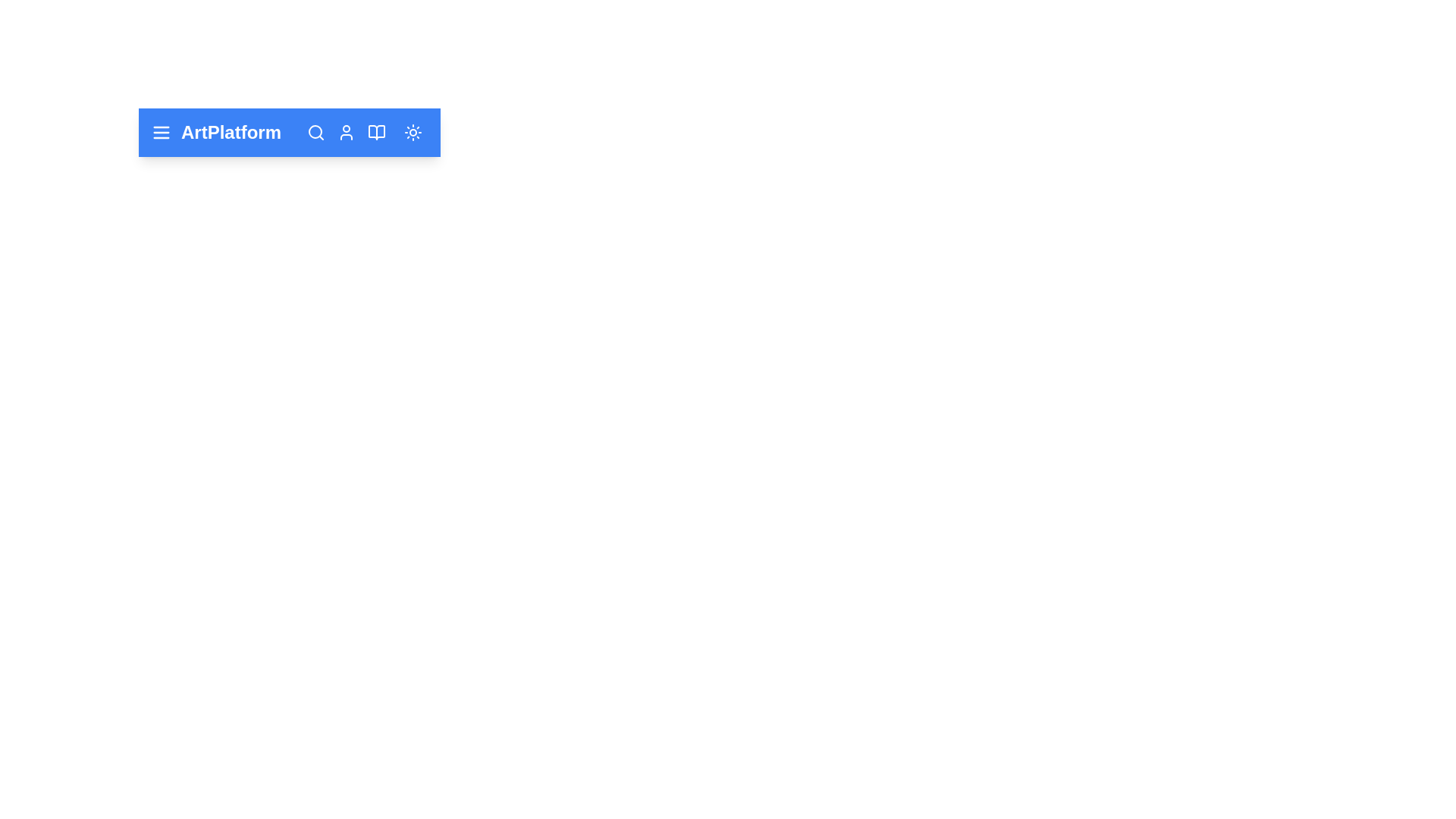 The width and height of the screenshot is (1456, 819). What do you see at coordinates (161, 131) in the screenshot?
I see `the menu icon to expand the menu` at bounding box center [161, 131].